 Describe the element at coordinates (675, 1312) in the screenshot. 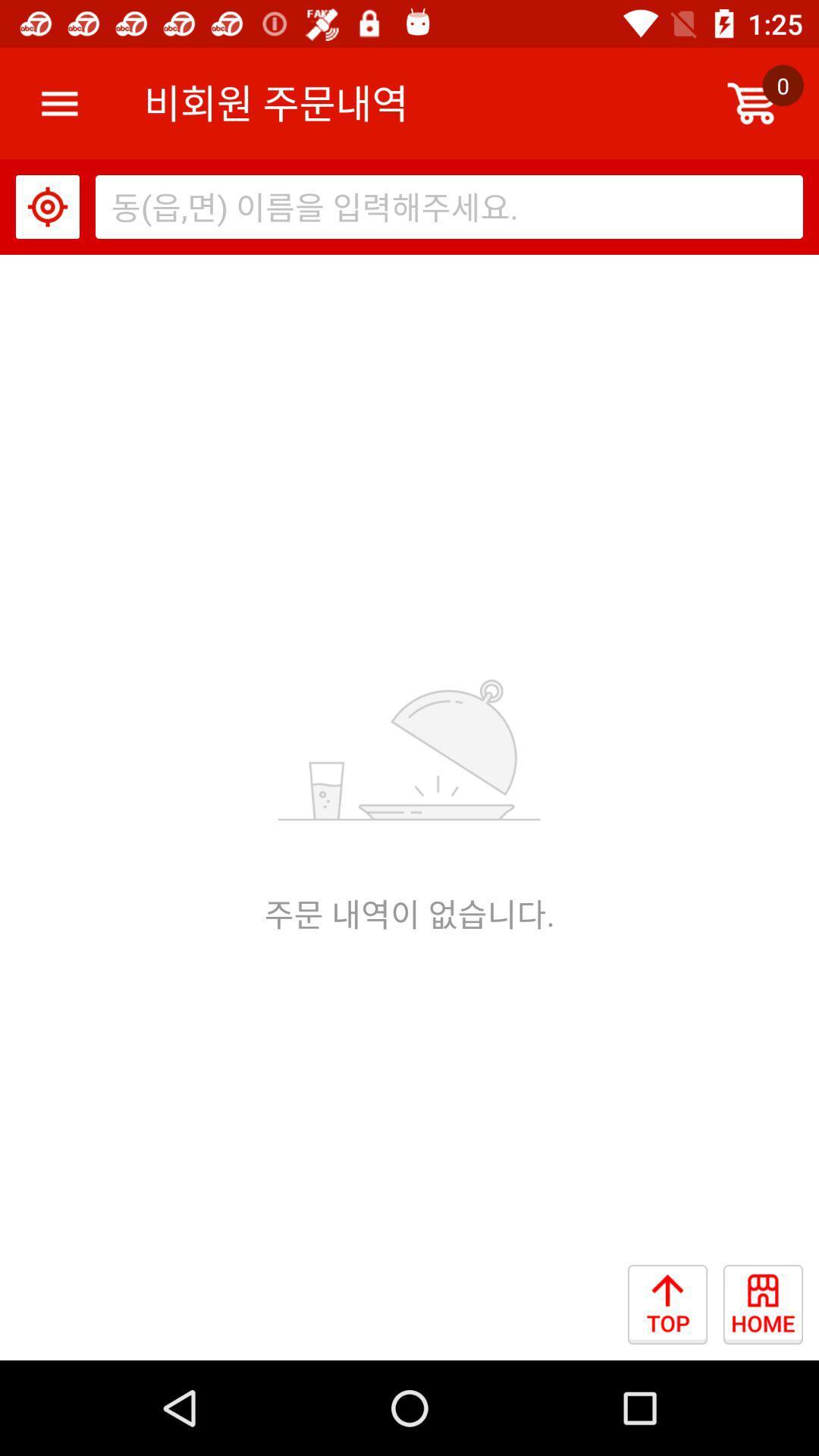

I see `the arrow_upward icon` at that location.